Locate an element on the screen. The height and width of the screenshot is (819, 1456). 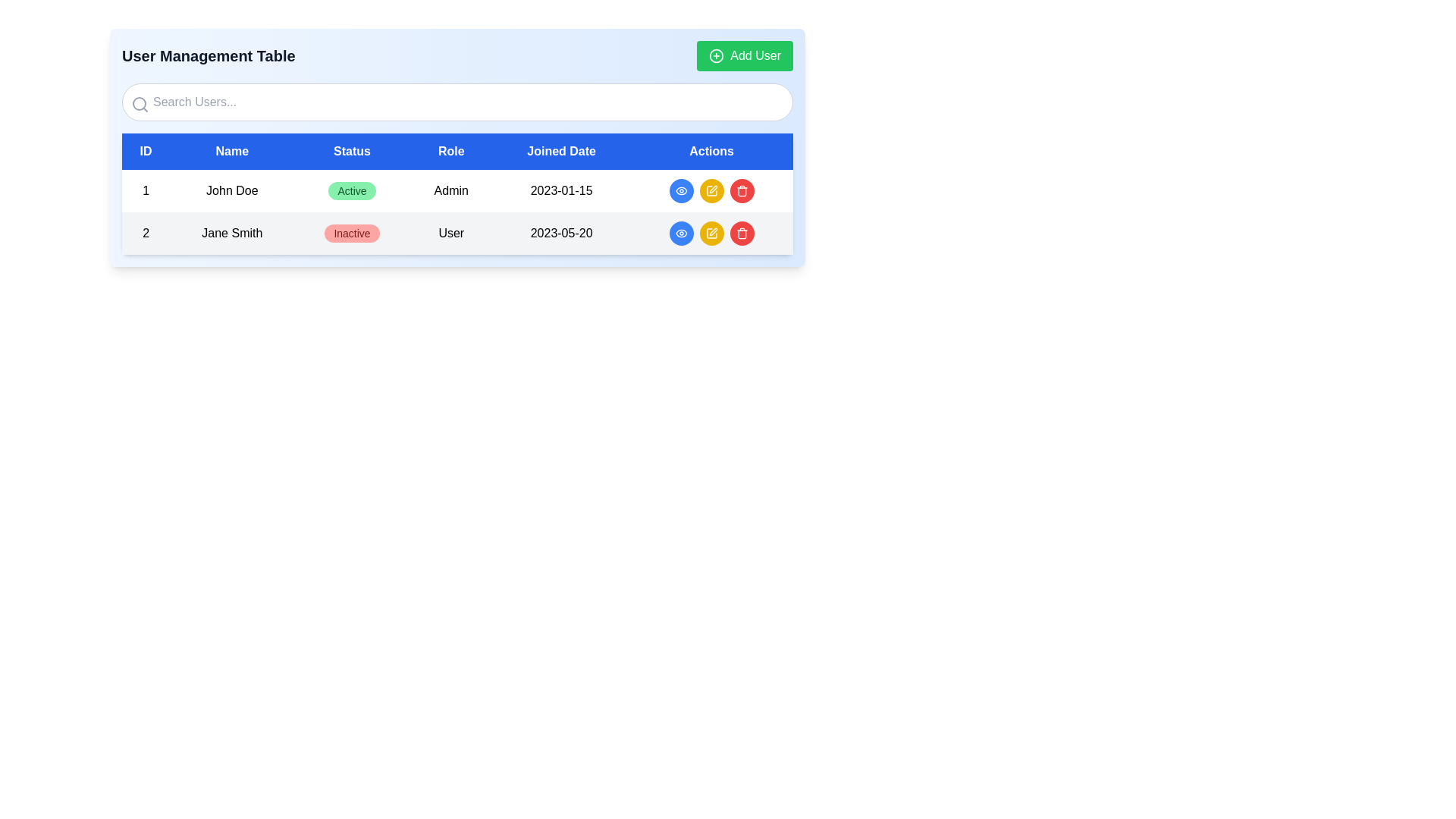
the yellow circular button with a white pen icon located in the action column of the second row of the user management table to initiate editing is located at coordinates (711, 234).